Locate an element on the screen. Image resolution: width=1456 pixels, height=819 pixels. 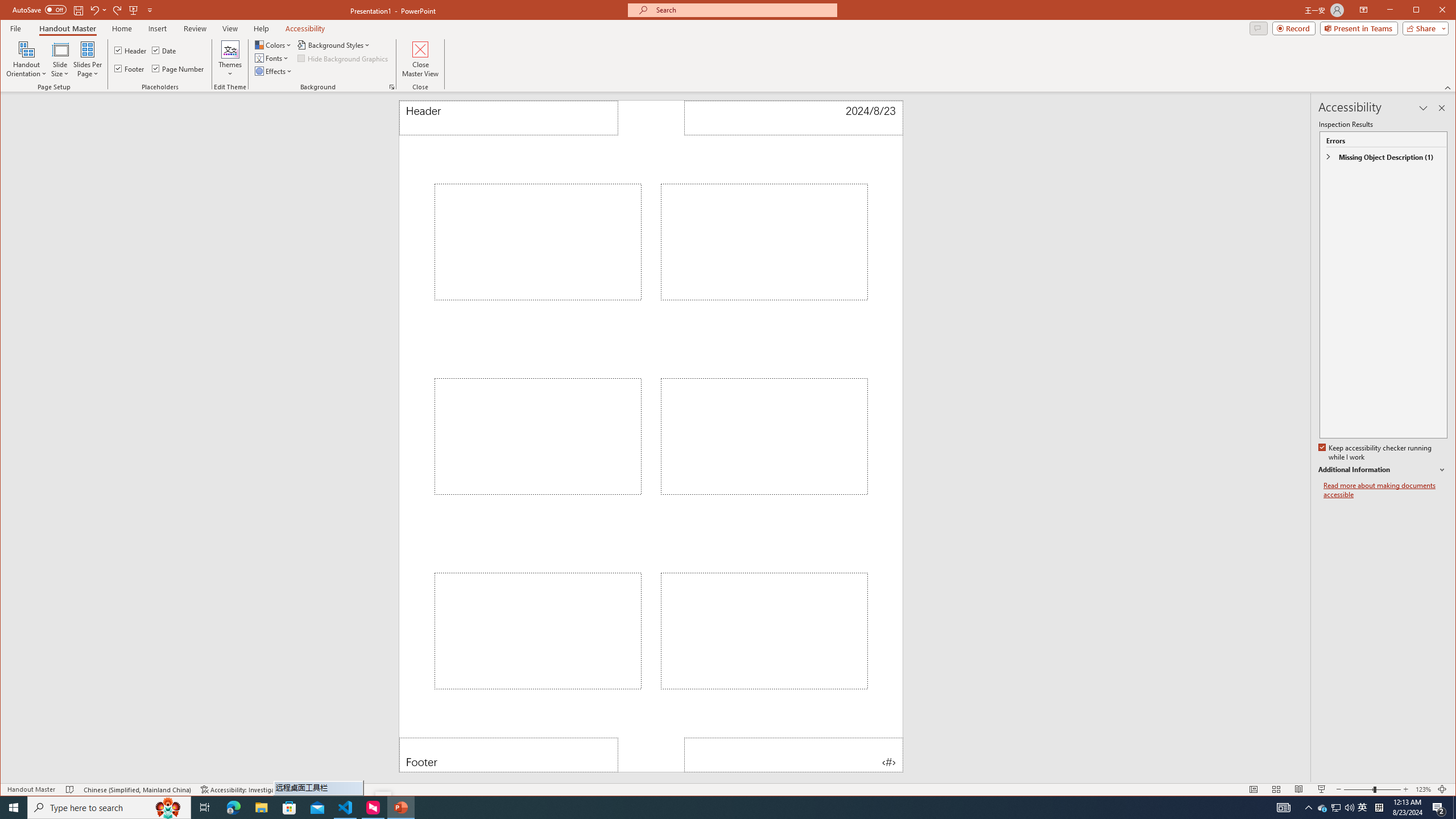
'Microsoft Store' is located at coordinates (289, 806).